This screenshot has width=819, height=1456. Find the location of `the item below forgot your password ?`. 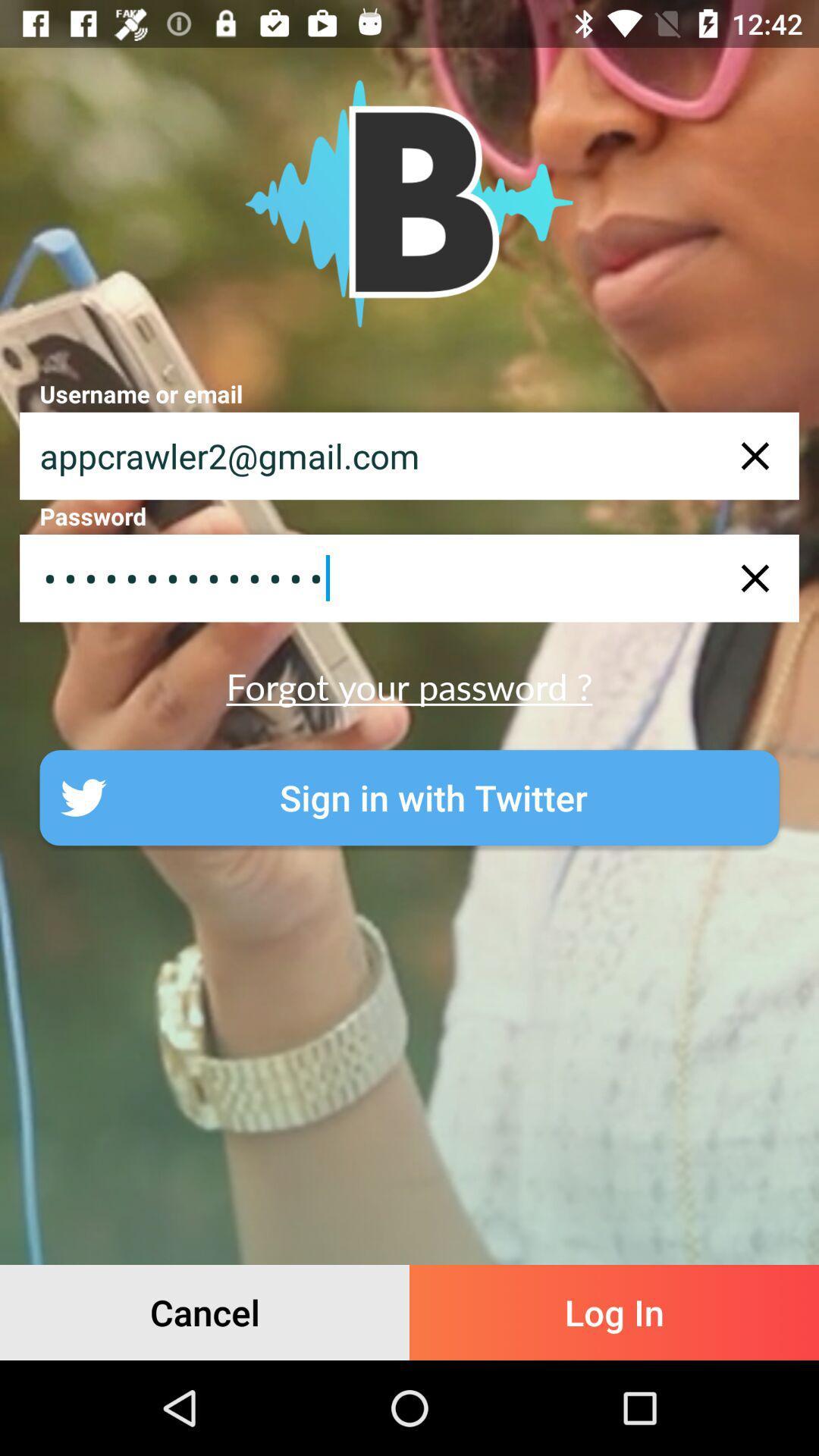

the item below forgot your password ? is located at coordinates (409, 797).